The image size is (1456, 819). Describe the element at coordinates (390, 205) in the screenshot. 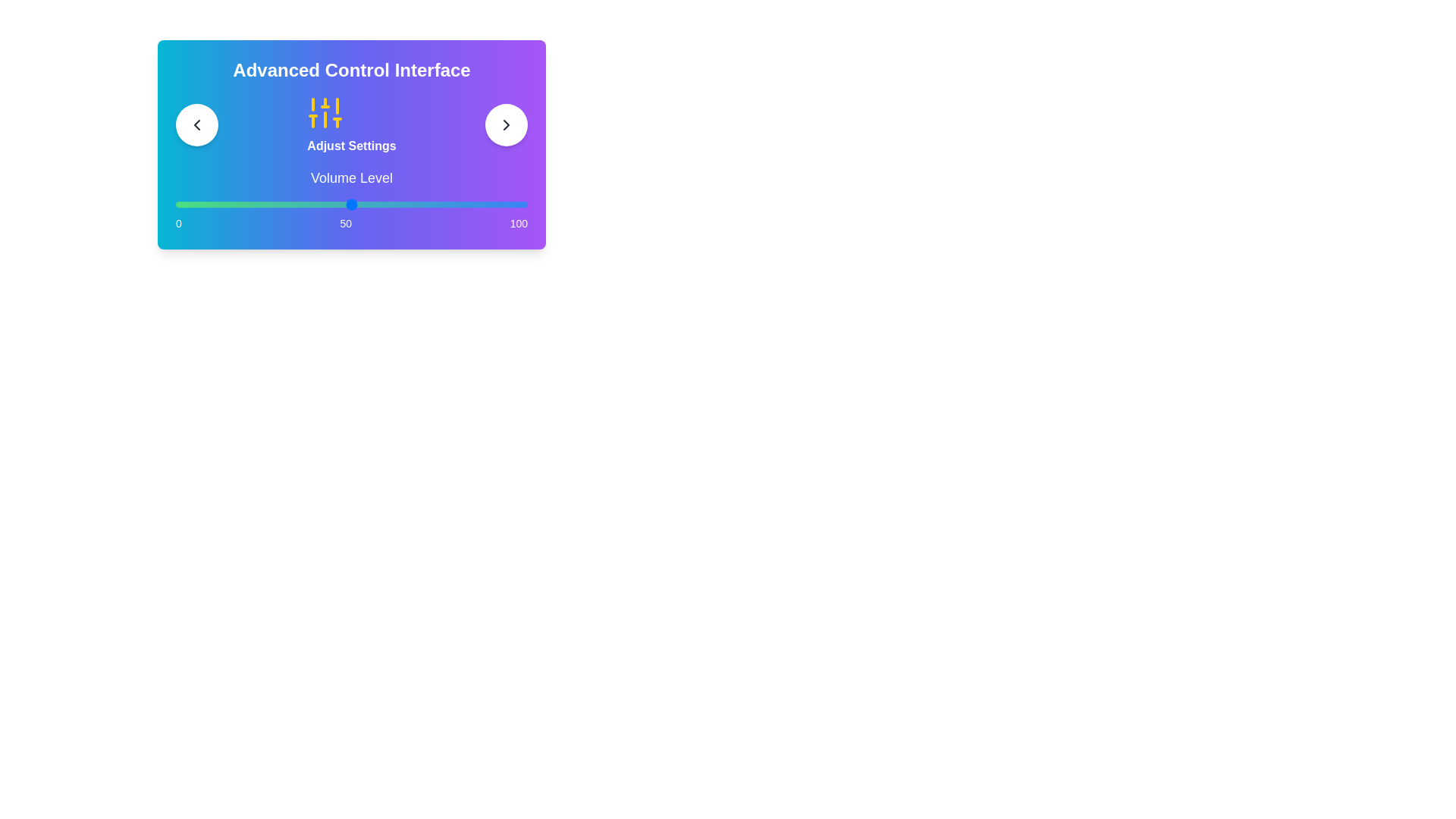

I see `the slider to set the value to 61` at that location.